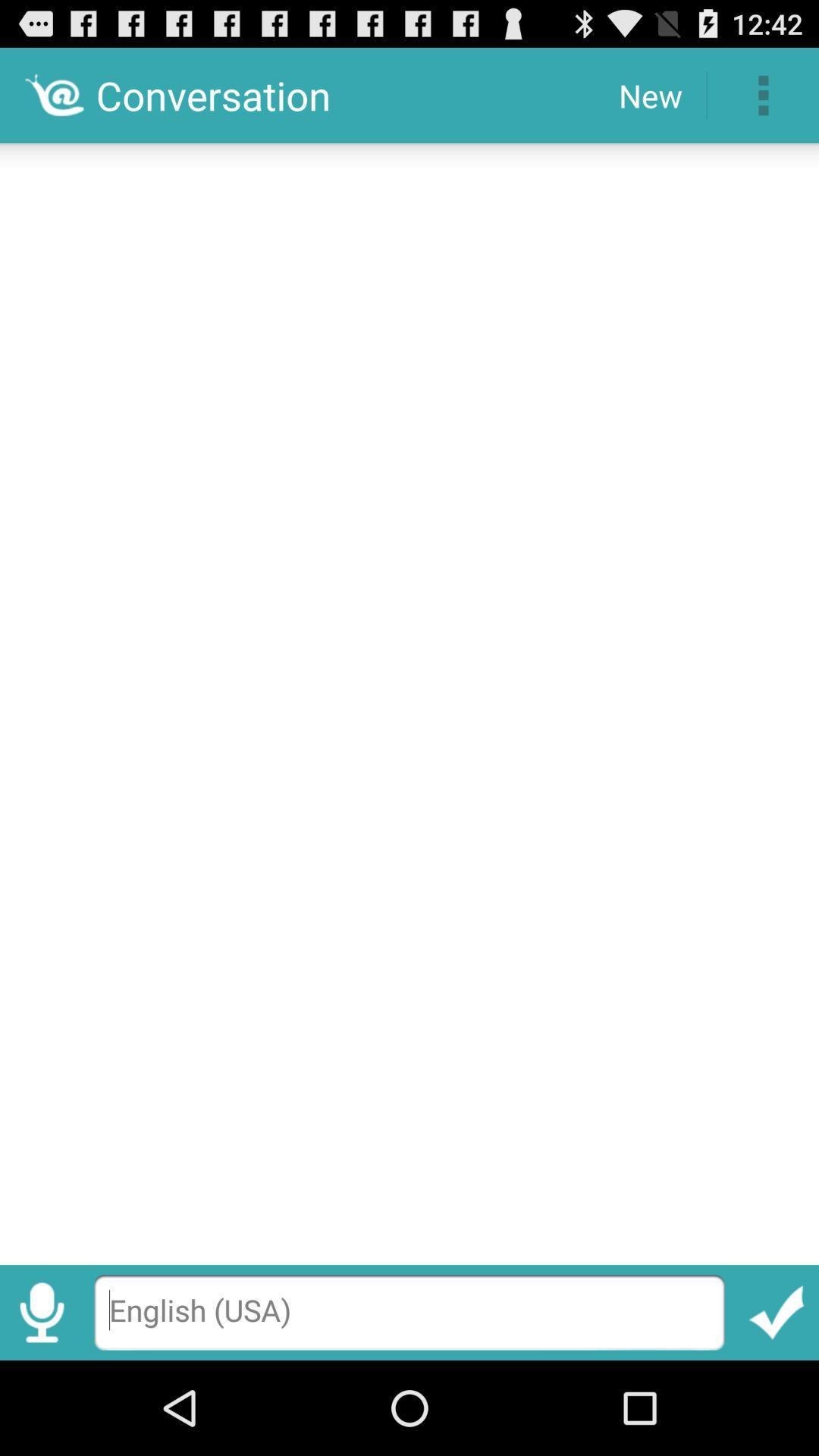 Image resolution: width=819 pixels, height=1456 pixels. Describe the element at coordinates (777, 1404) in the screenshot. I see `the check icon` at that location.